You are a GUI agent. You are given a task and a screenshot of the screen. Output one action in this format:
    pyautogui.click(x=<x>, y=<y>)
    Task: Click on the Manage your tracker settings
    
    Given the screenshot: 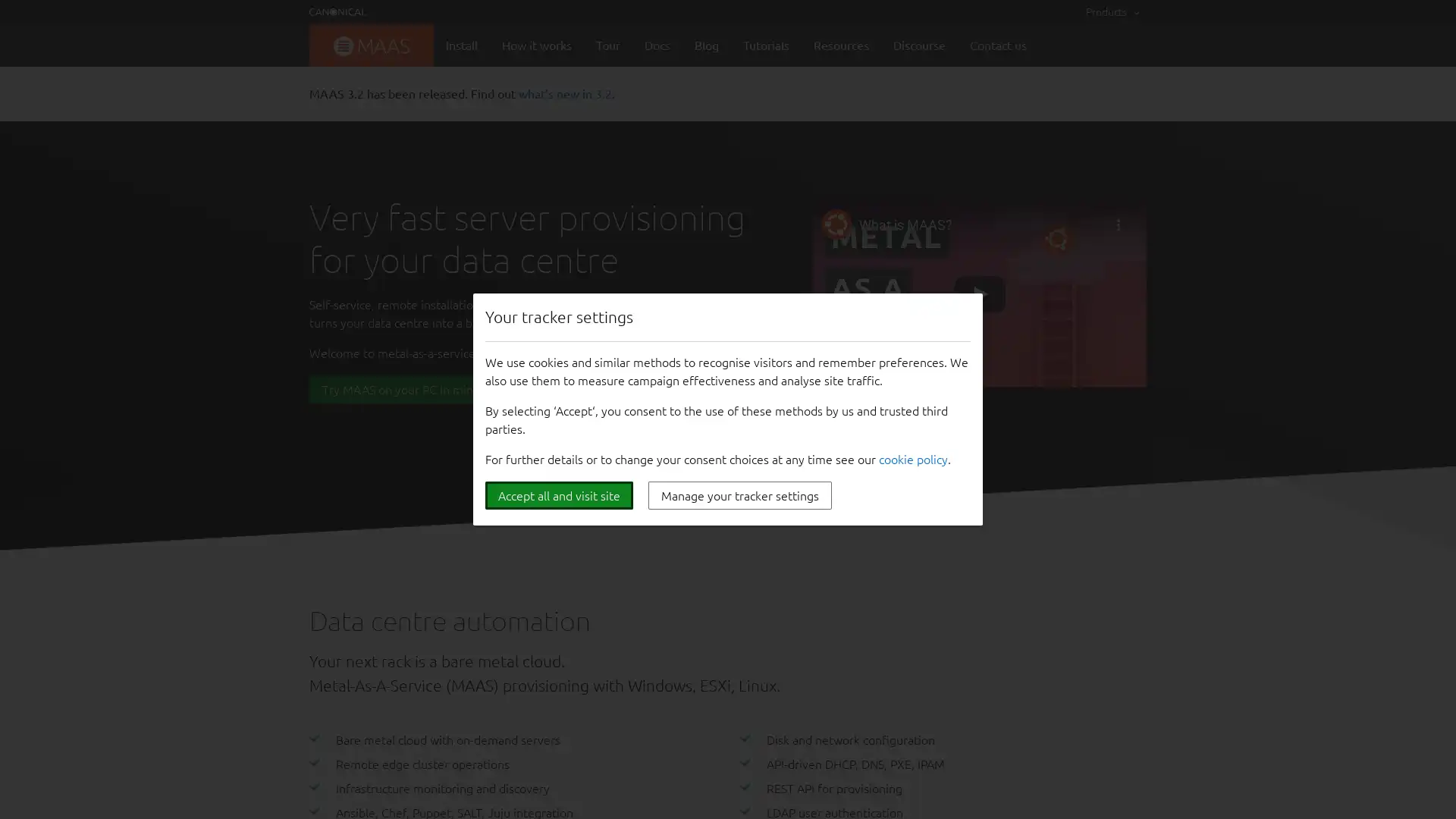 What is the action you would take?
    pyautogui.click(x=739, y=495)
    